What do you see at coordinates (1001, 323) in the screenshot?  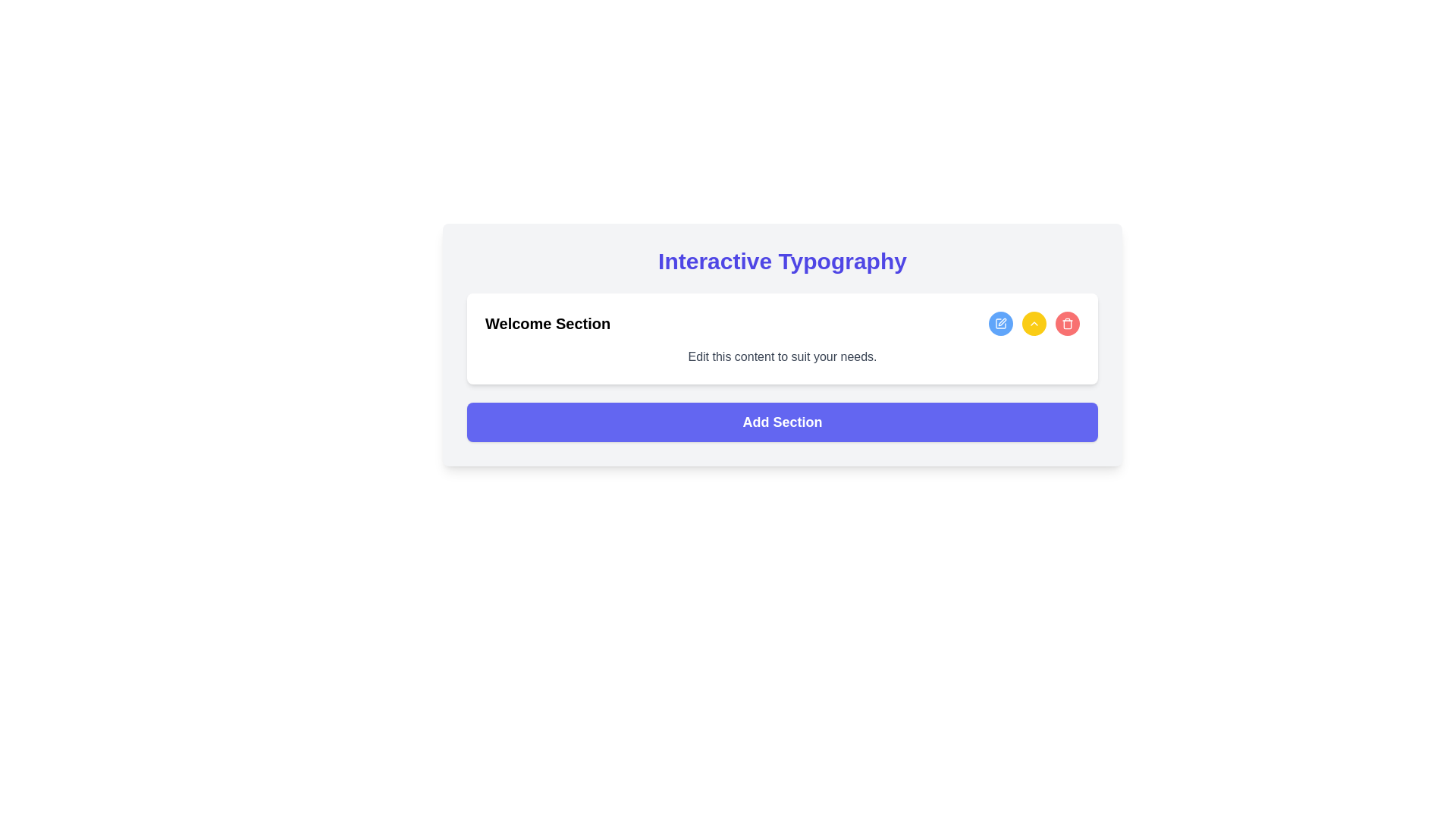 I see `the leftmost icon in the horizontal cluster of three icons located at the top-right corner of the 'Welcome Section' content card` at bounding box center [1001, 323].